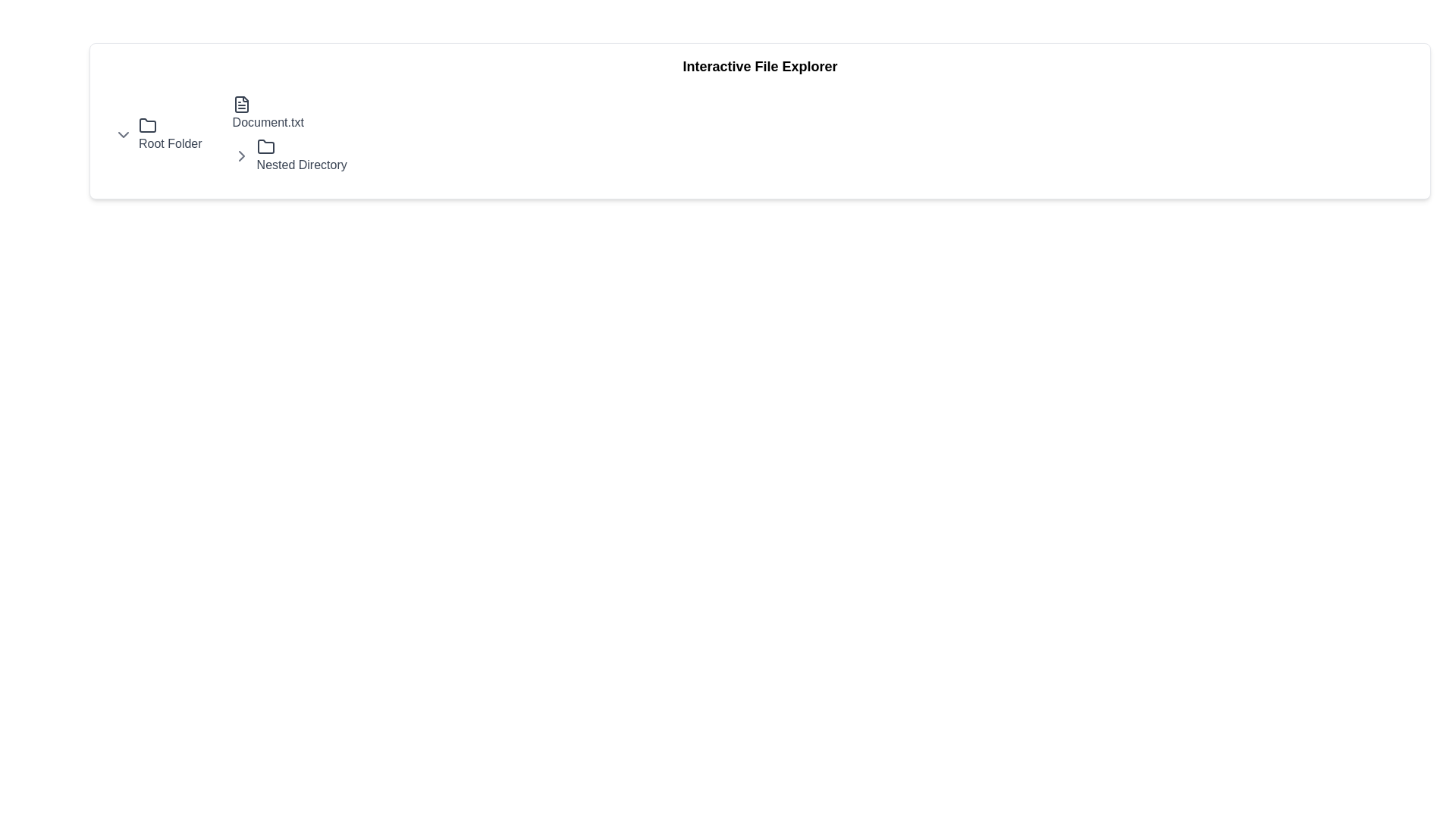 The height and width of the screenshot is (819, 1456). What do you see at coordinates (170, 133) in the screenshot?
I see `the text labeled as 'Root Folder'` at bounding box center [170, 133].